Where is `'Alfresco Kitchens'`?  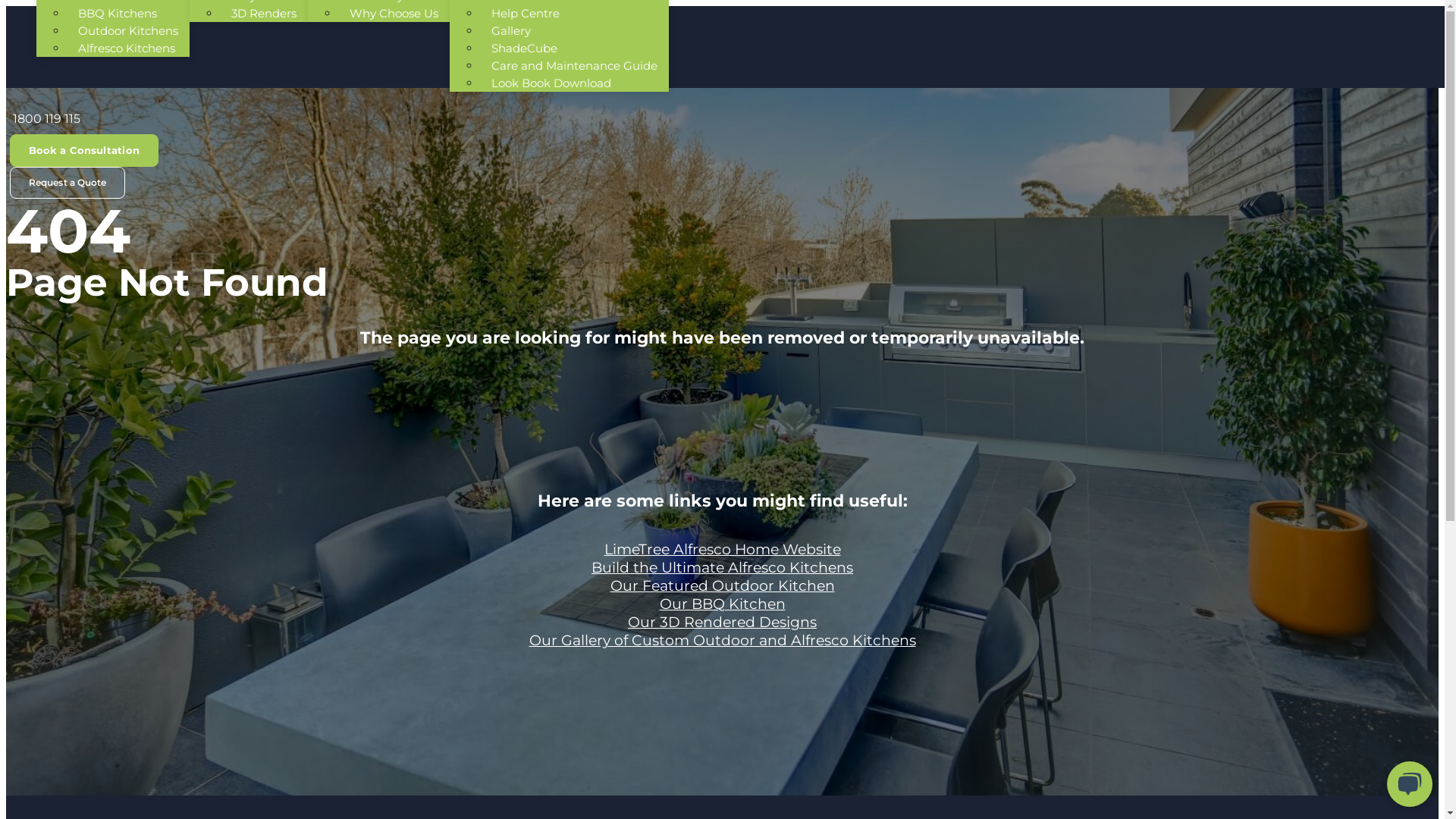 'Alfresco Kitchens' is located at coordinates (65, 47).